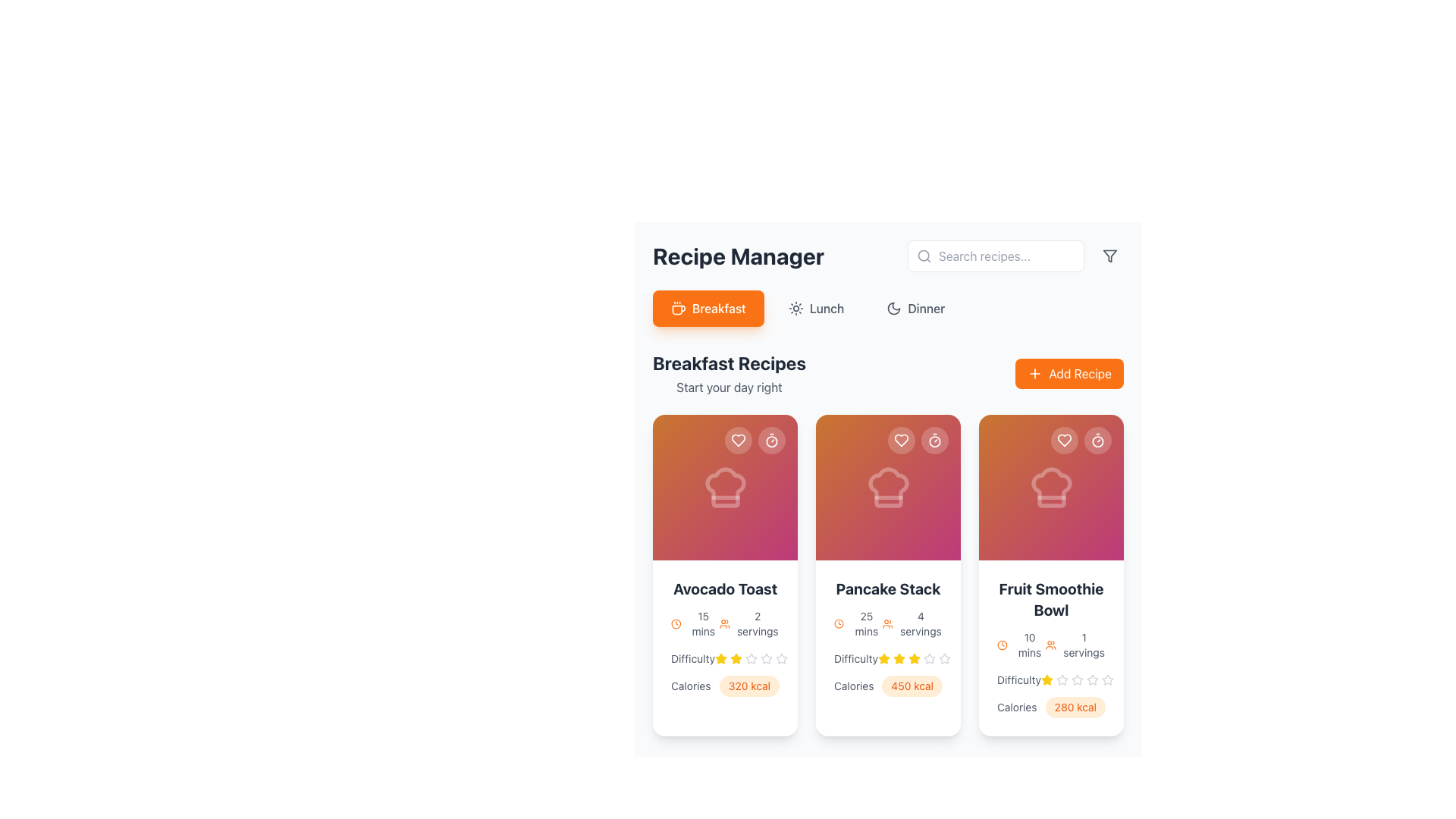 This screenshot has height=819, width=1456. I want to click on the 'Dinner' tab in the tab navigation component to filter by dinner recipes, so click(888, 308).